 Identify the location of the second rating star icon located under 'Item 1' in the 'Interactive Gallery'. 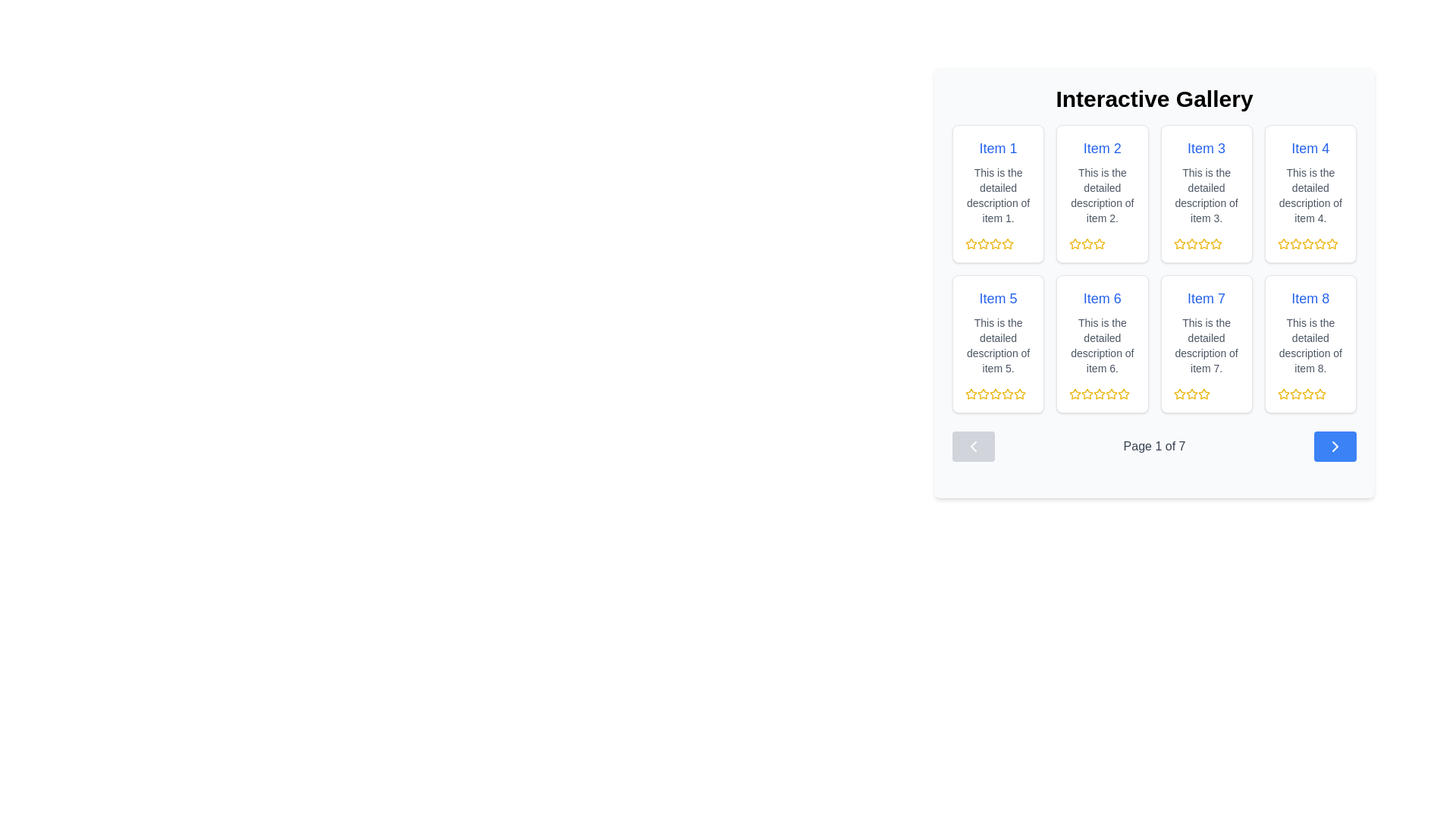
(983, 243).